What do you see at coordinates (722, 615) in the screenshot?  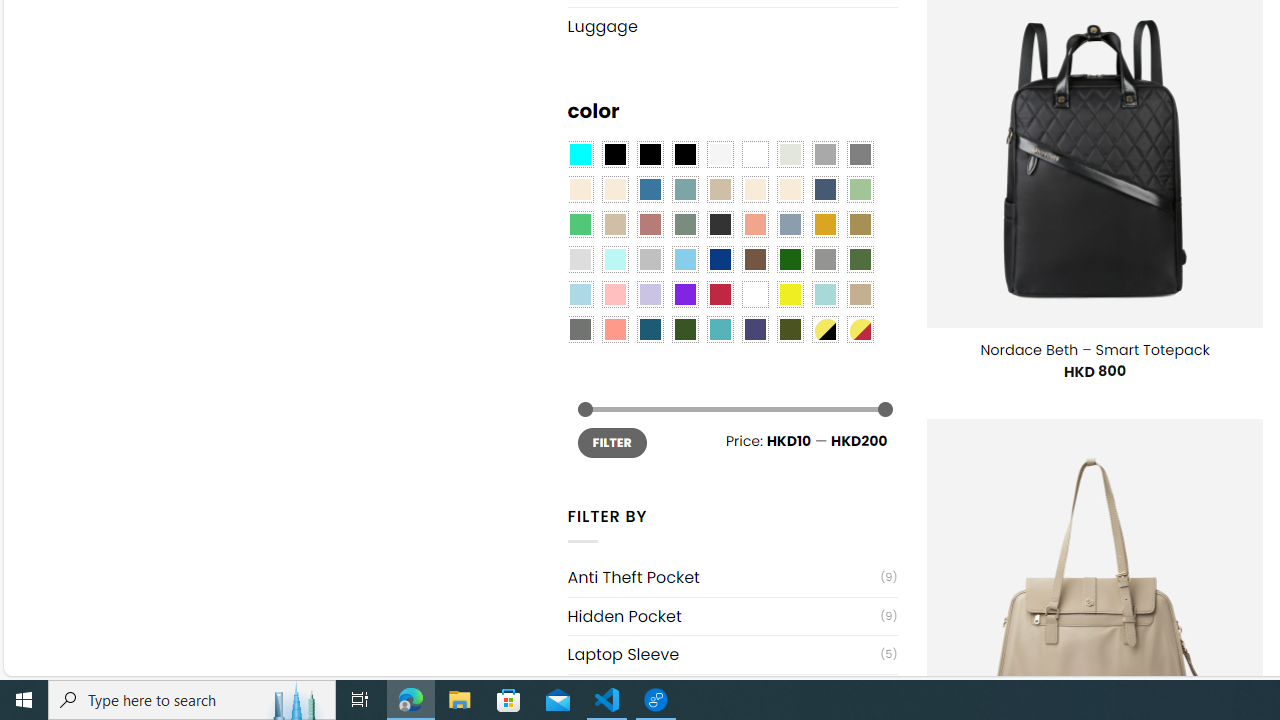 I see `'Hidden Pocket'` at bounding box center [722, 615].